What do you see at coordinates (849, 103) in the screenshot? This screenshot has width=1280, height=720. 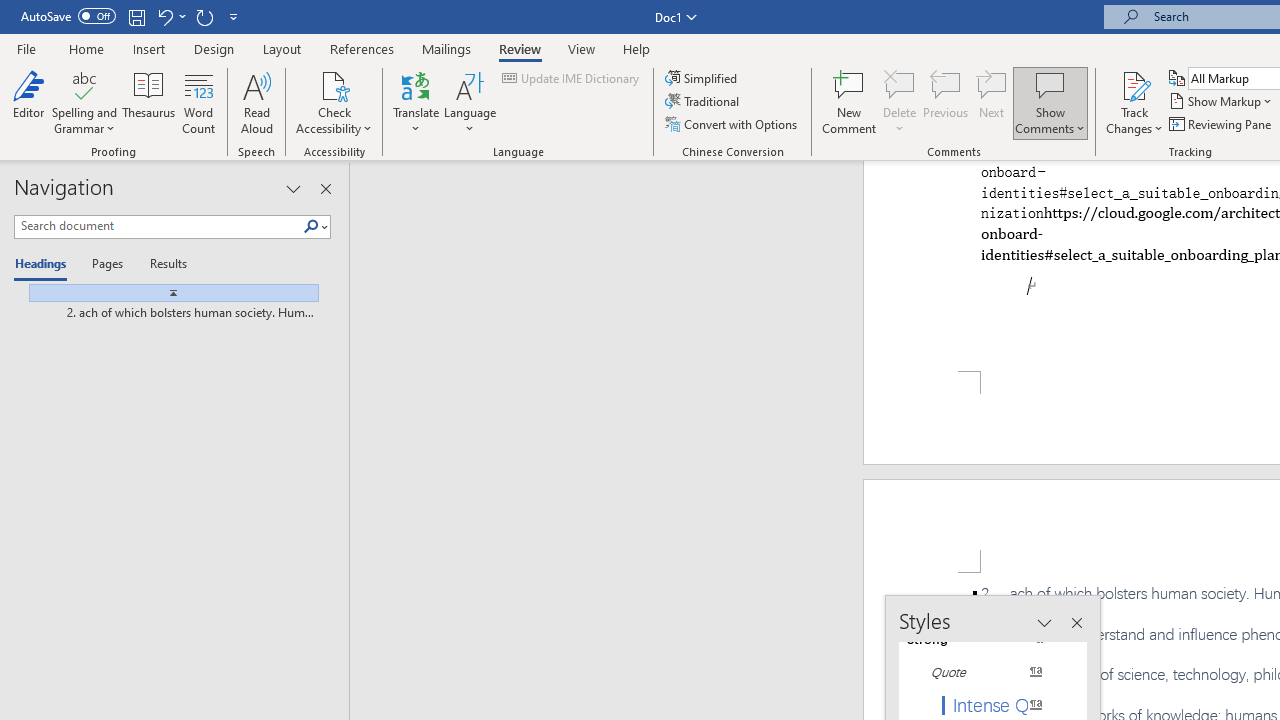 I see `'New Comment'` at bounding box center [849, 103].